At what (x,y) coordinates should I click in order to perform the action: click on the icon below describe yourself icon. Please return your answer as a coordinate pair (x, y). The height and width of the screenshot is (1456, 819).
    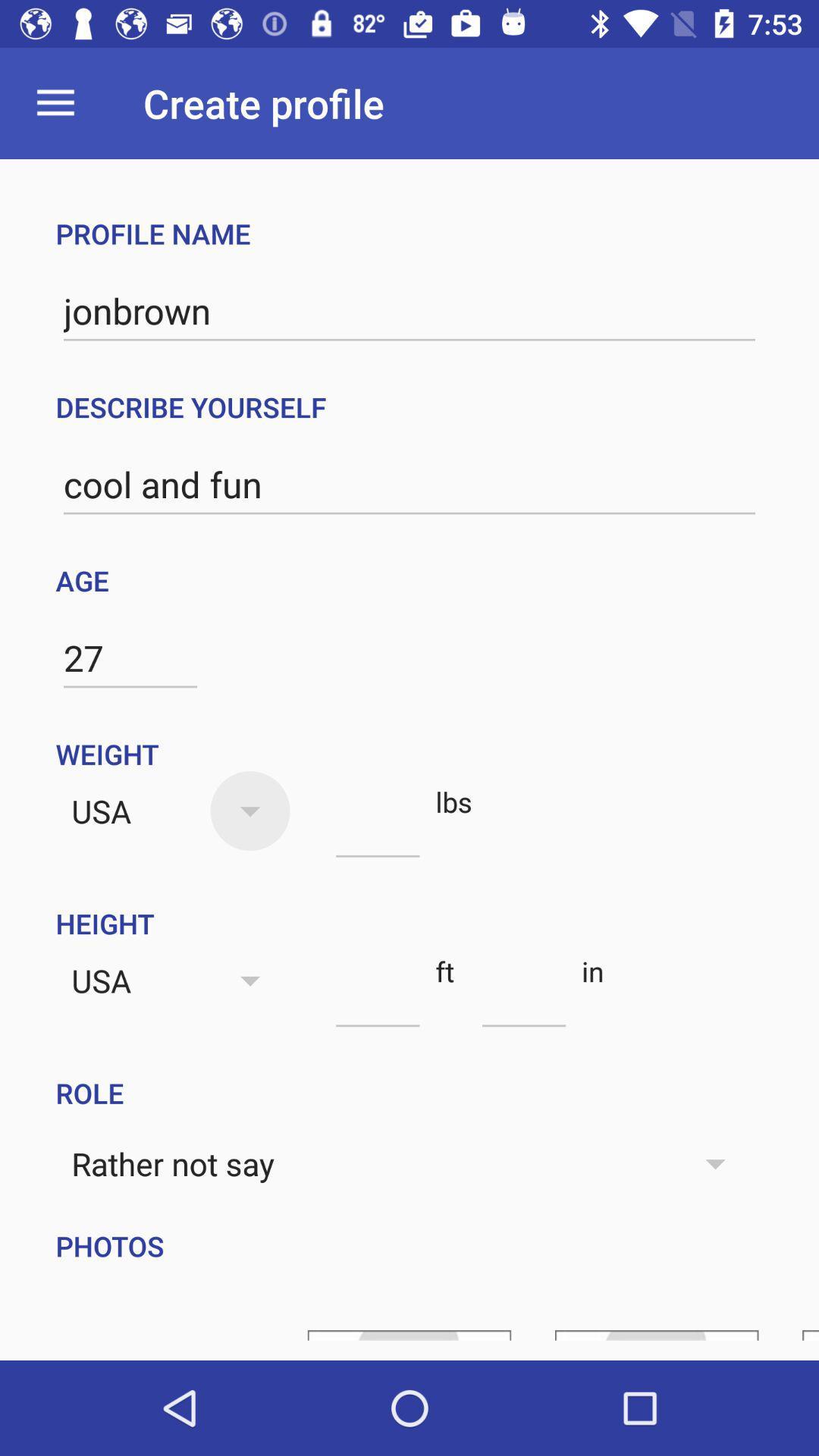
    Looking at the image, I should click on (409, 484).